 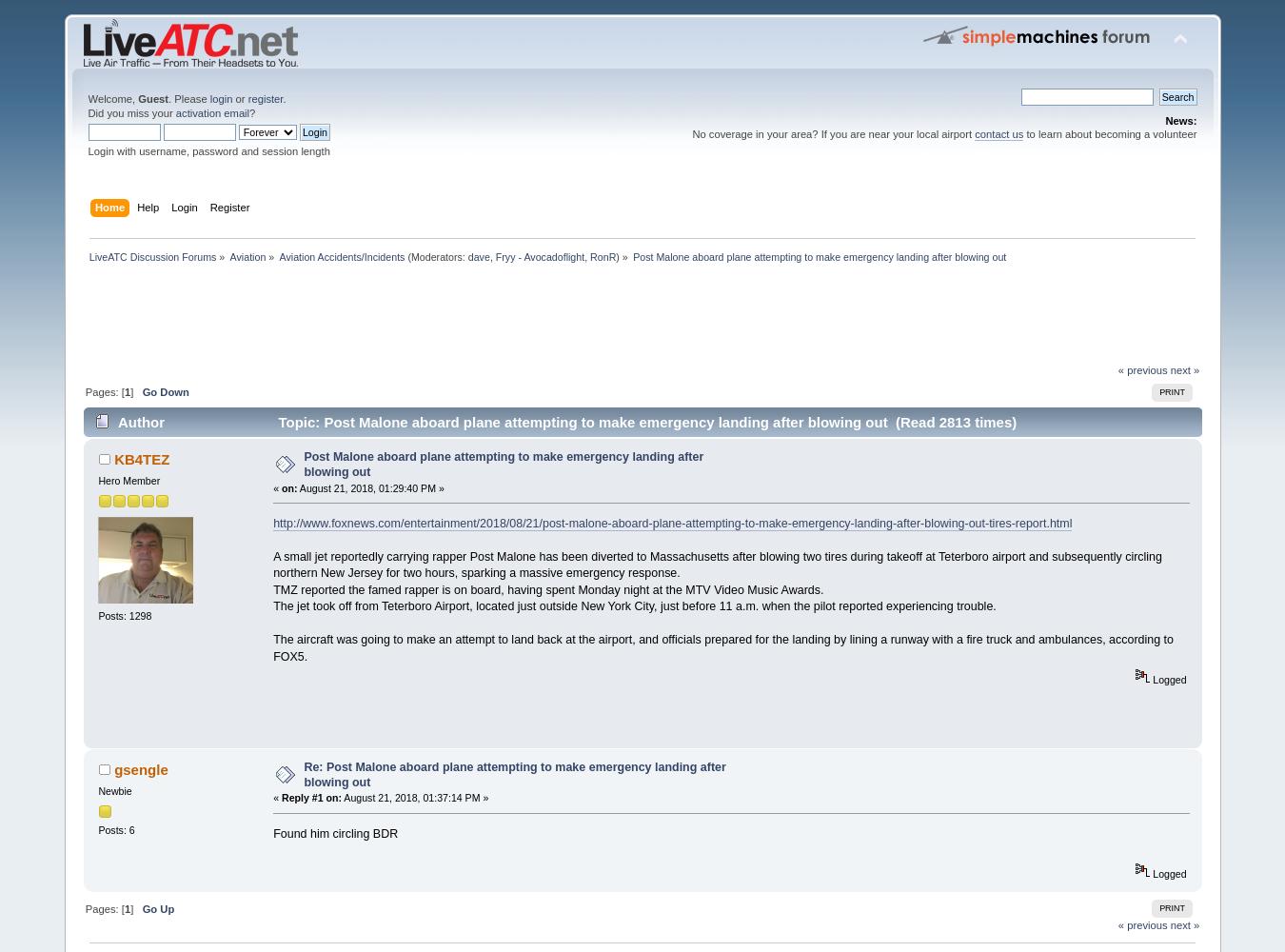 What do you see at coordinates (264, 98) in the screenshot?
I see `'register'` at bounding box center [264, 98].